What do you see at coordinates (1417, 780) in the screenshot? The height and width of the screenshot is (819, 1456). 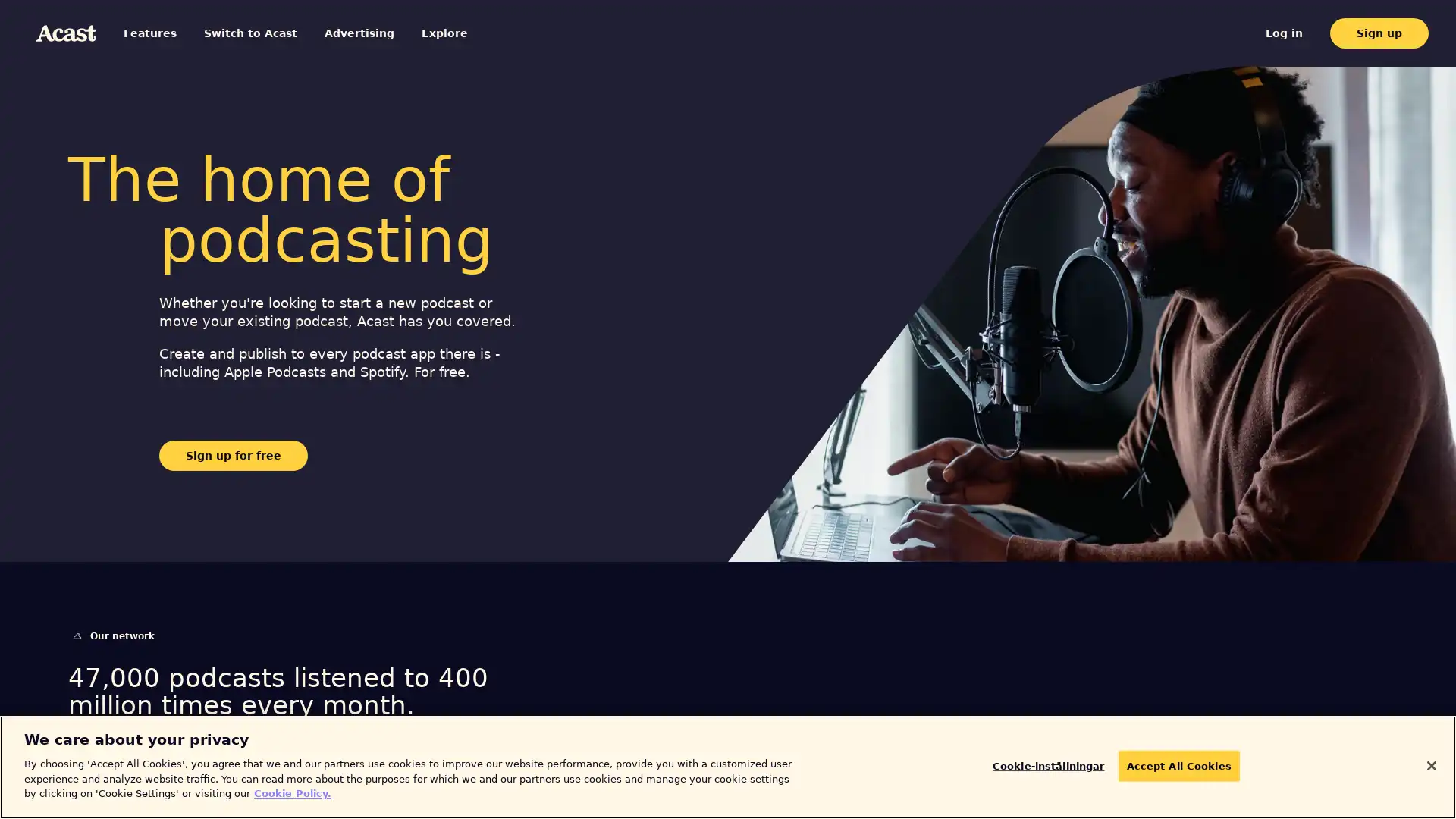 I see `Open Intercom Messenger` at bounding box center [1417, 780].